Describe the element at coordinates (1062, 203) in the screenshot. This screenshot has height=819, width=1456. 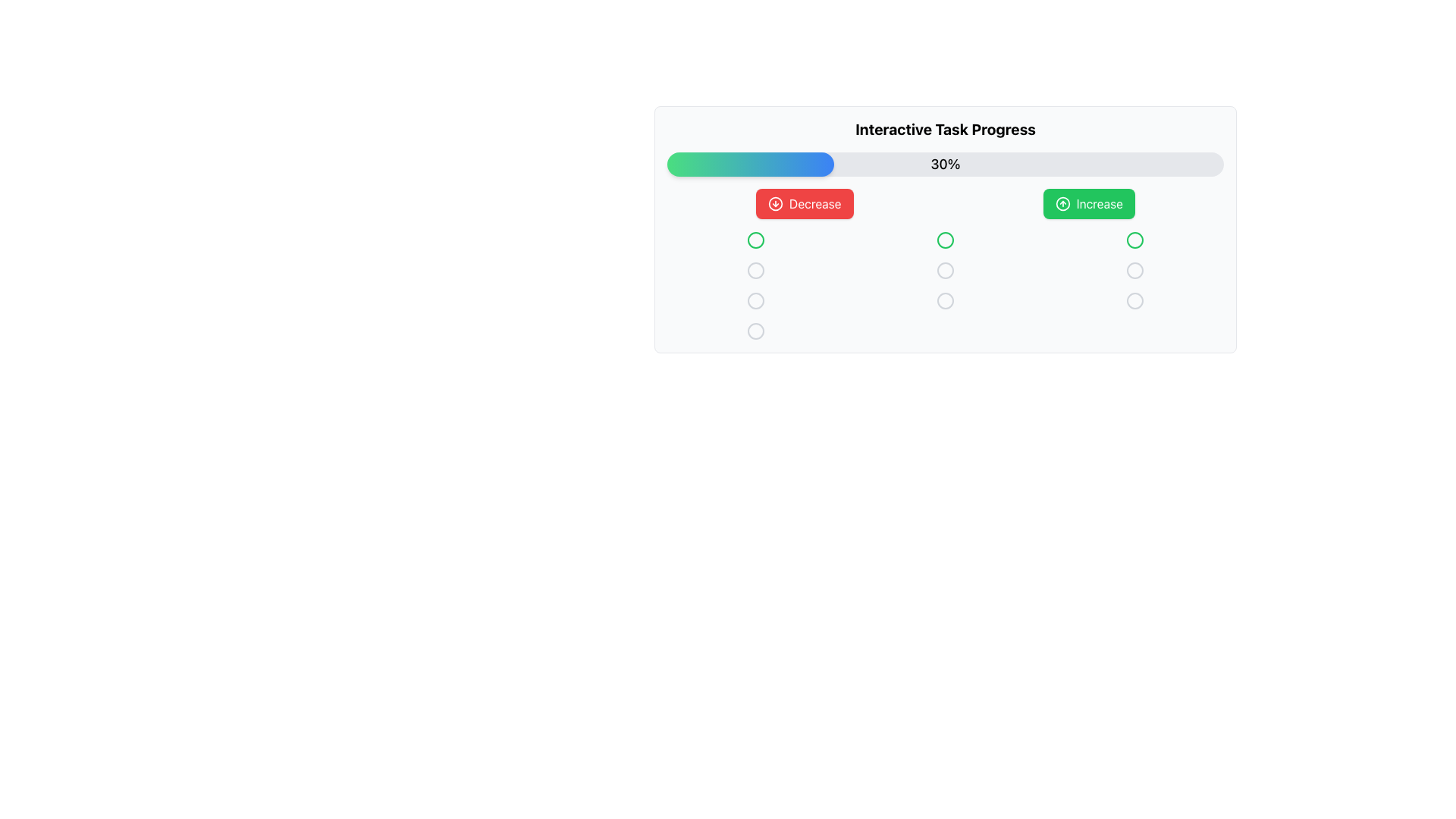
I see `the circular SVG element that is part of the 'Increase' button, styled as an arrow-circle-up design, located under the 'Interactive Task Progress' heading` at that location.